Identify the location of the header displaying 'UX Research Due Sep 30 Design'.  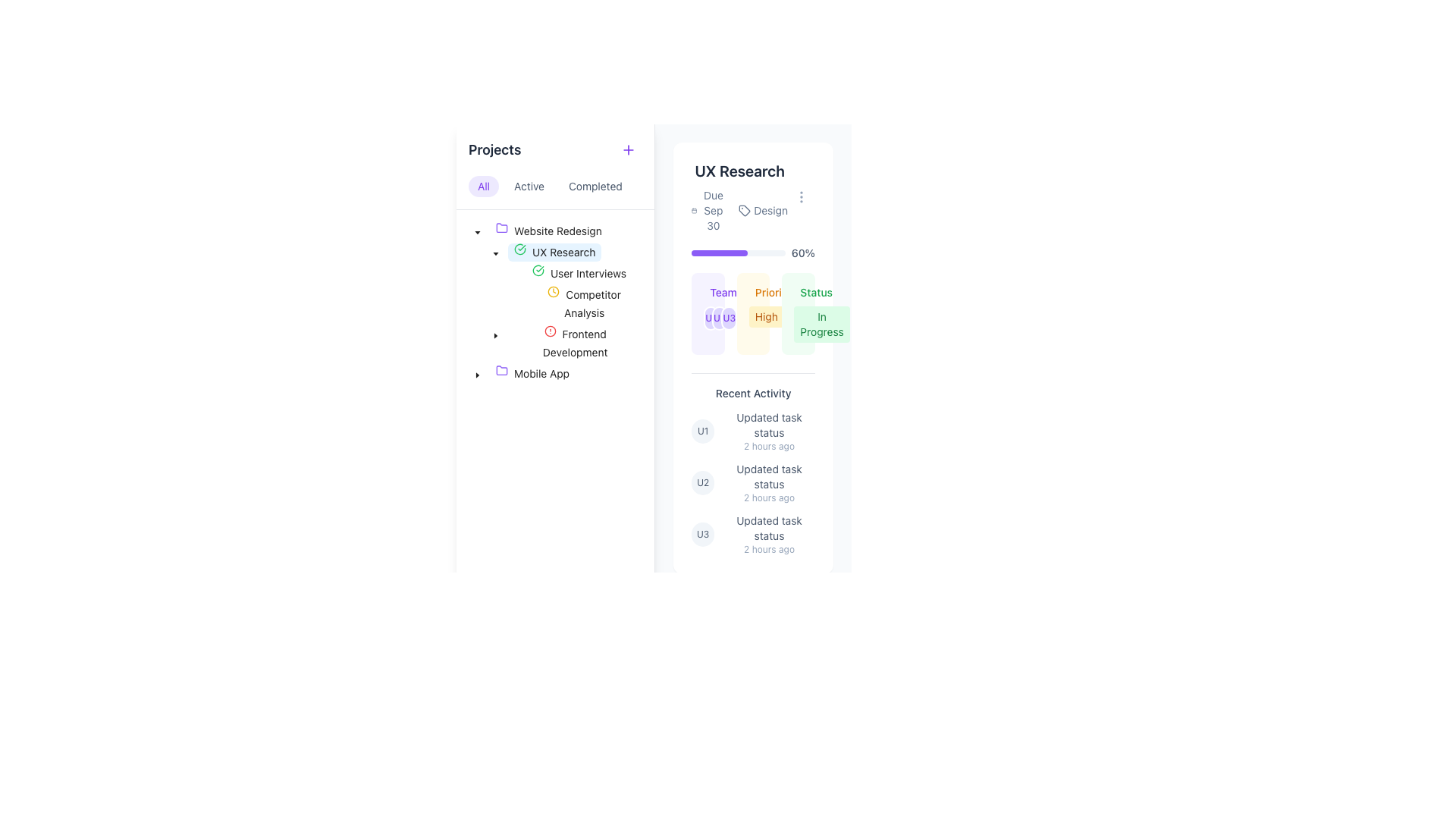
(739, 196).